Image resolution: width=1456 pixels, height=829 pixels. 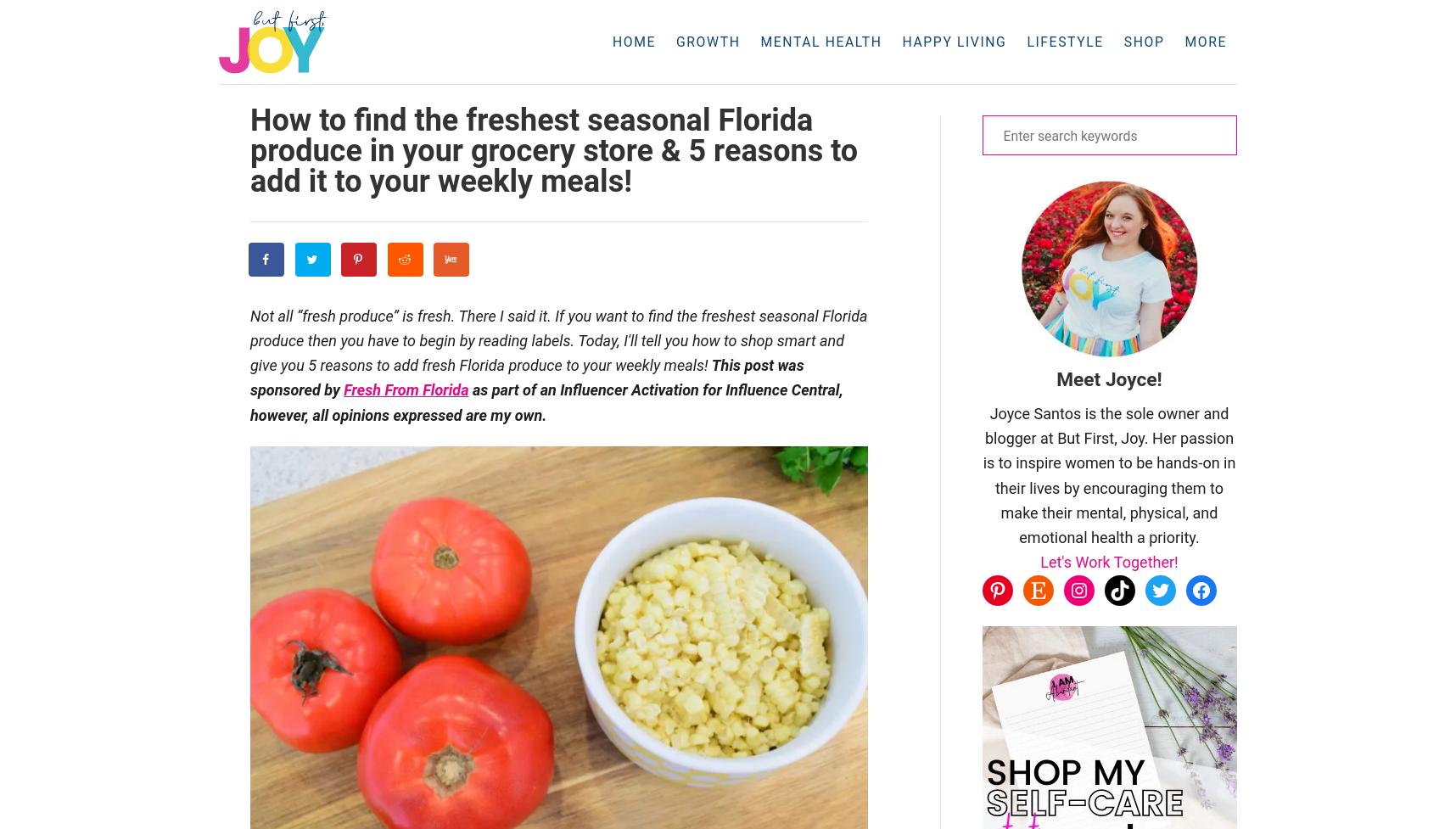 I want to click on 'Keto & Low Carb', so click(x=1026, y=86).